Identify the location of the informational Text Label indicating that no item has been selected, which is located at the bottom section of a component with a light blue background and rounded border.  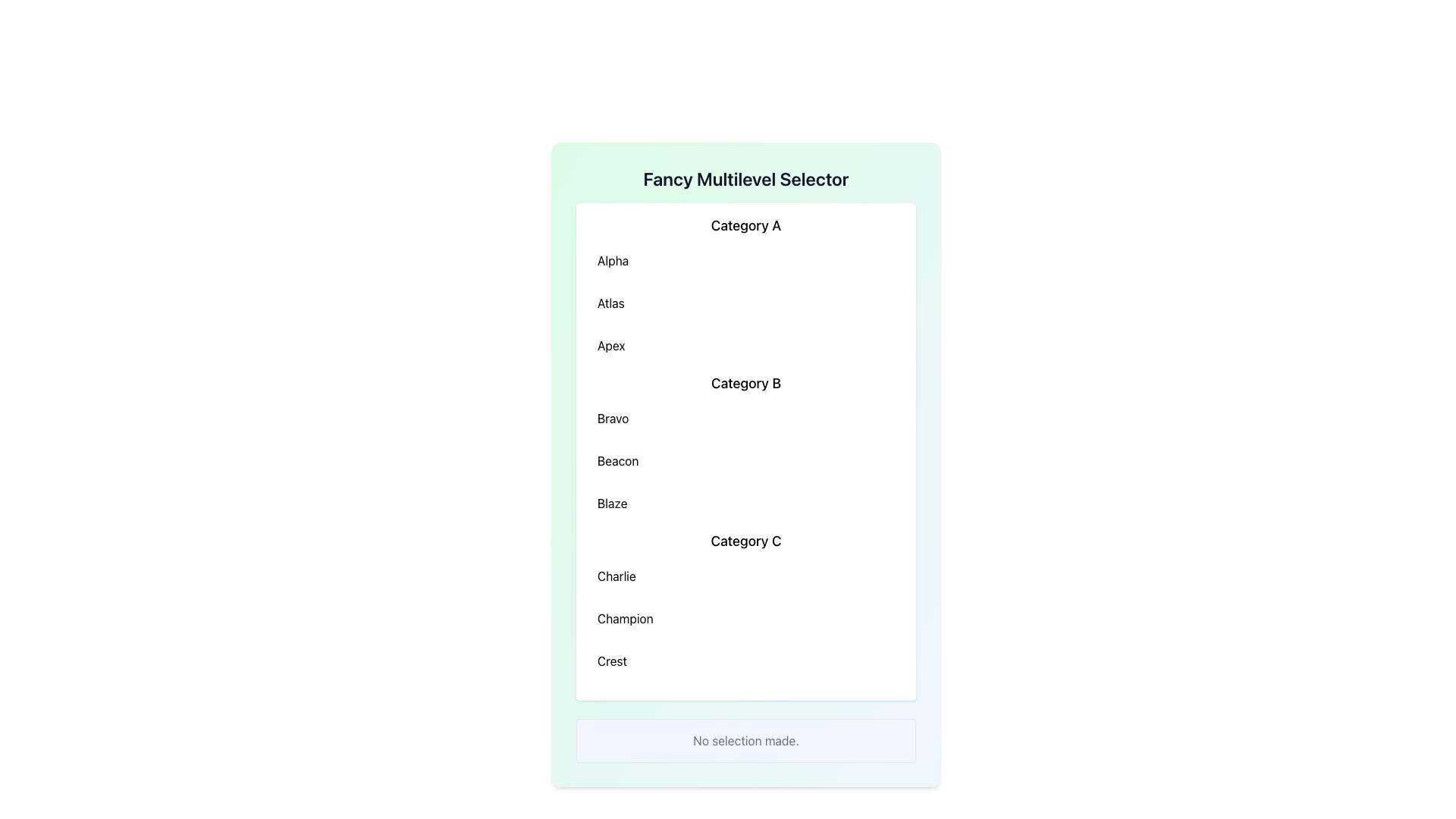
(745, 739).